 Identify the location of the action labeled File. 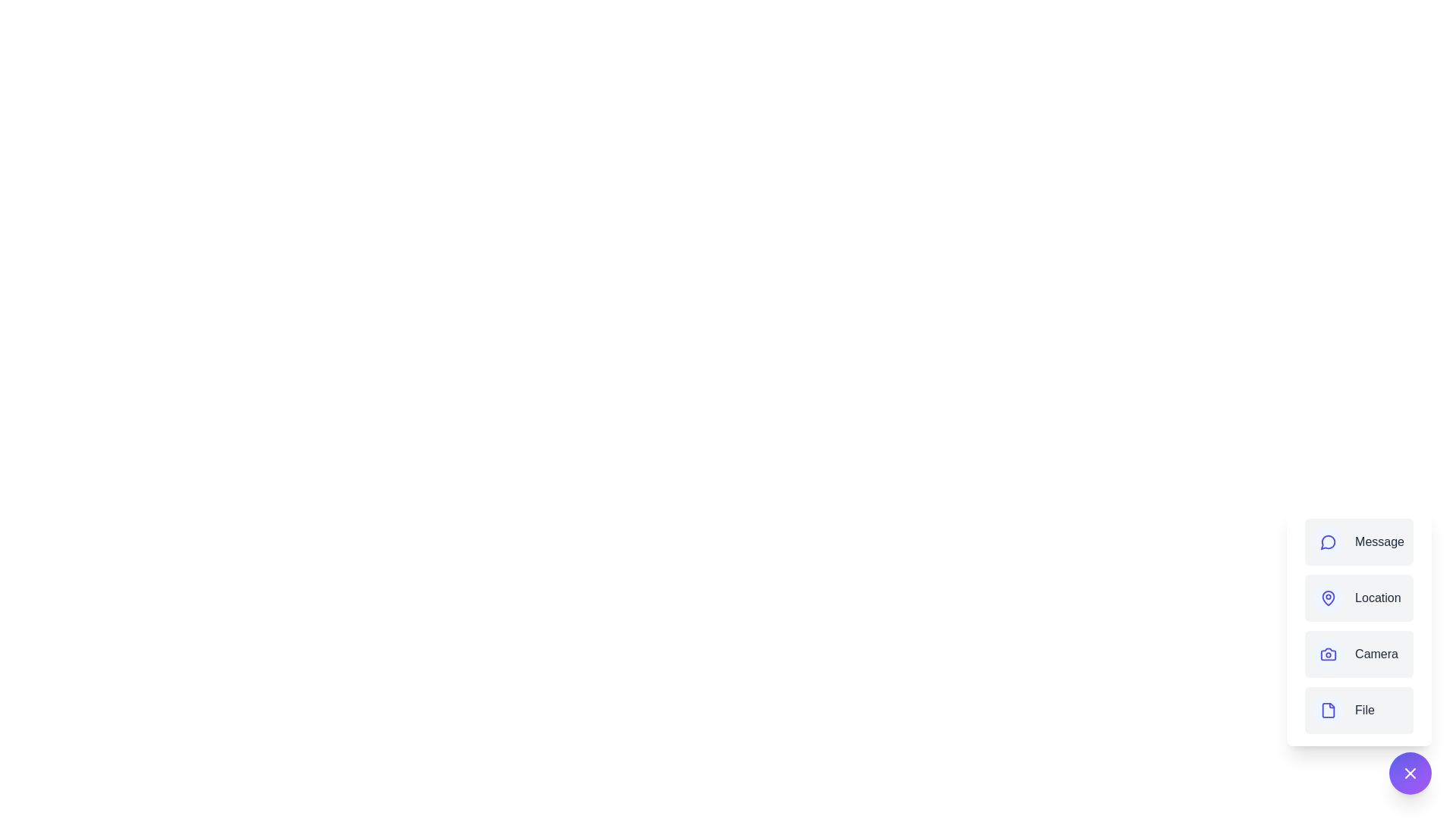
(1359, 711).